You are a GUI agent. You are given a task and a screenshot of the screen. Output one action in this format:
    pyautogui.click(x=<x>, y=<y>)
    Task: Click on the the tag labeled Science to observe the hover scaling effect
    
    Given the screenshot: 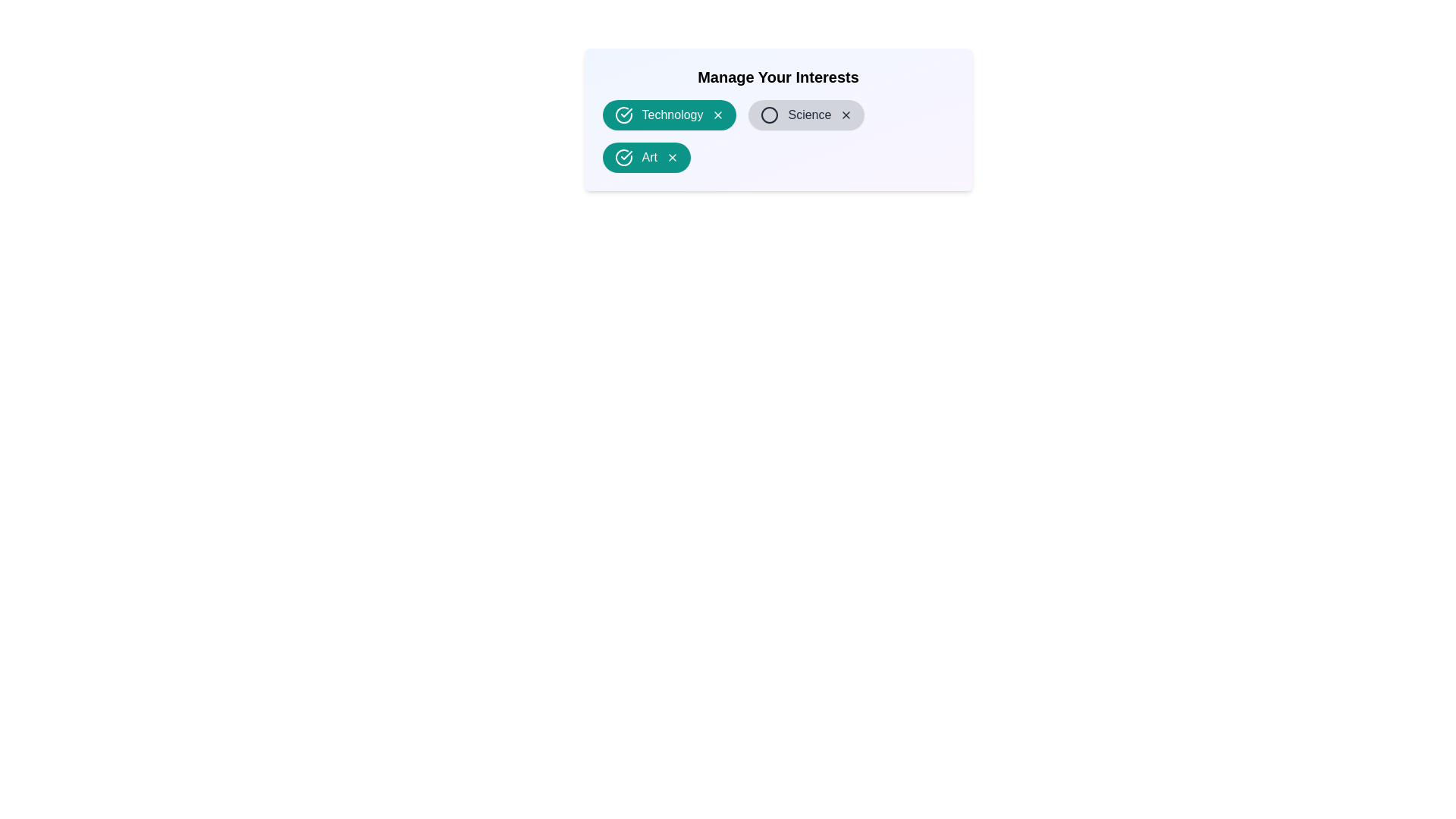 What is the action you would take?
    pyautogui.click(x=805, y=114)
    